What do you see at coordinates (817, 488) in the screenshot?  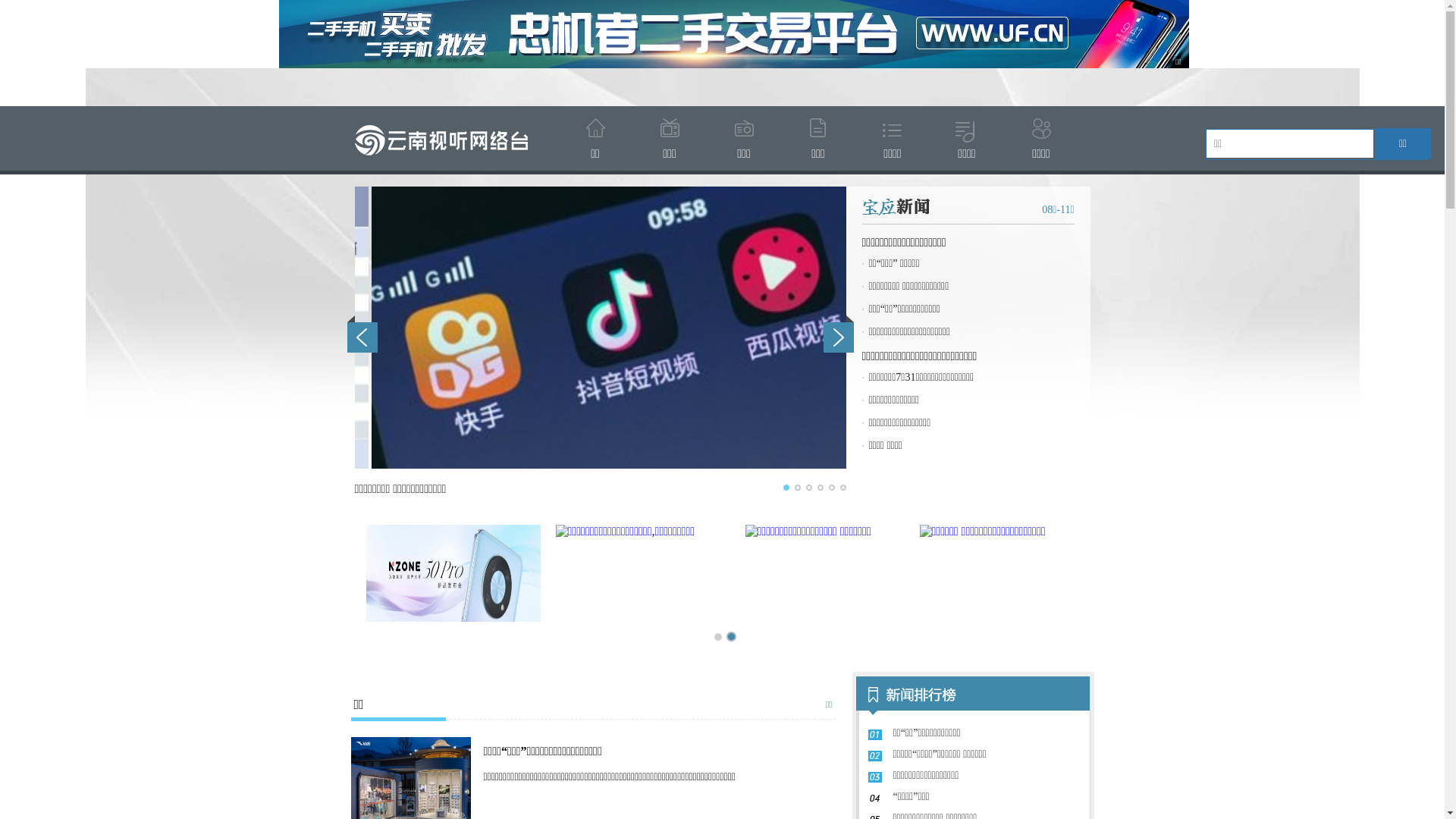 I see `'4'` at bounding box center [817, 488].